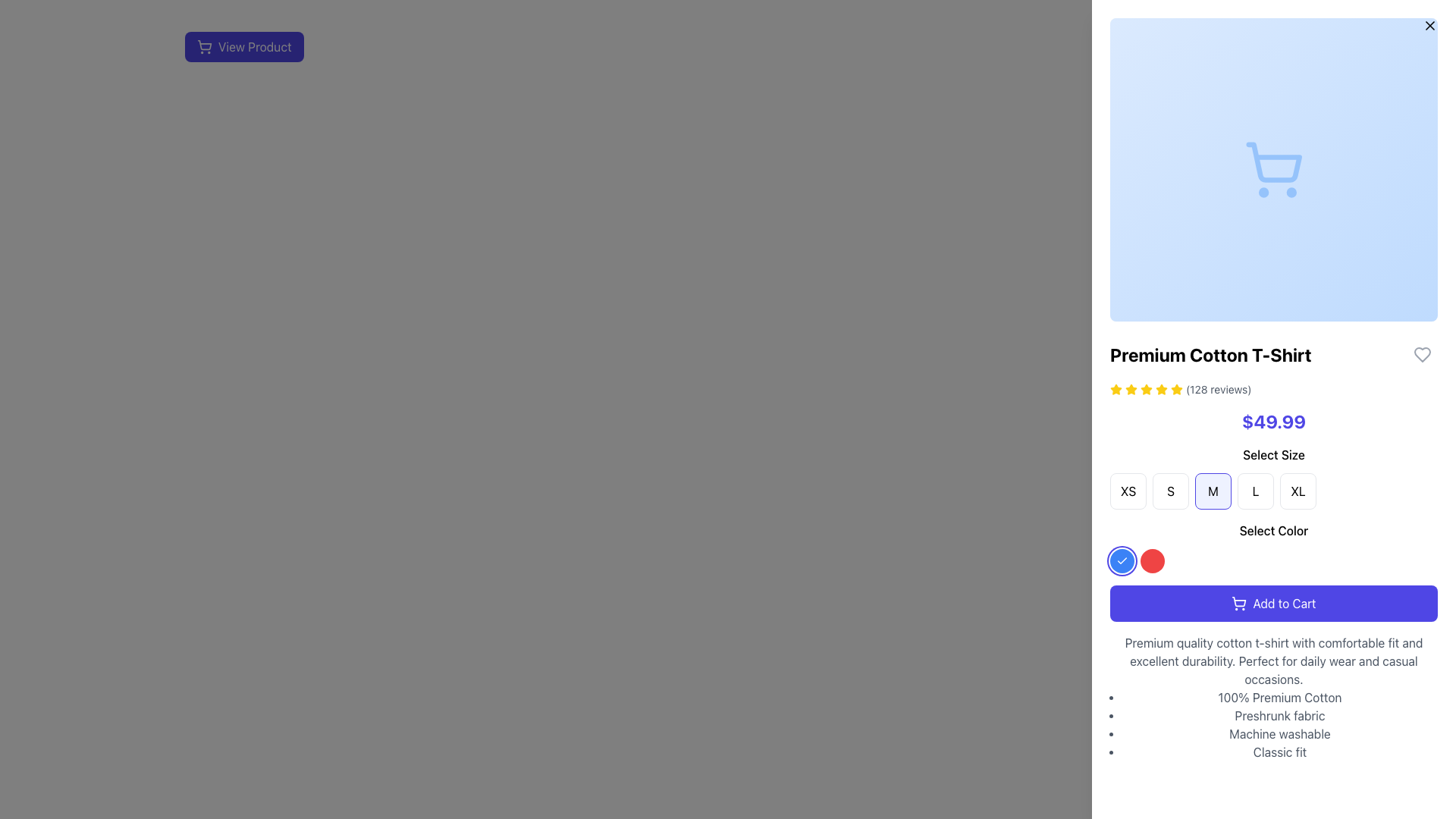 The width and height of the screenshot is (1456, 819). Describe the element at coordinates (1131, 388) in the screenshot. I see `the color and state of the third star-shaped icon in the five-star rating system, which is filled with yellow and emphasizes its stroke, located above the '(128 reviews)' text` at that location.